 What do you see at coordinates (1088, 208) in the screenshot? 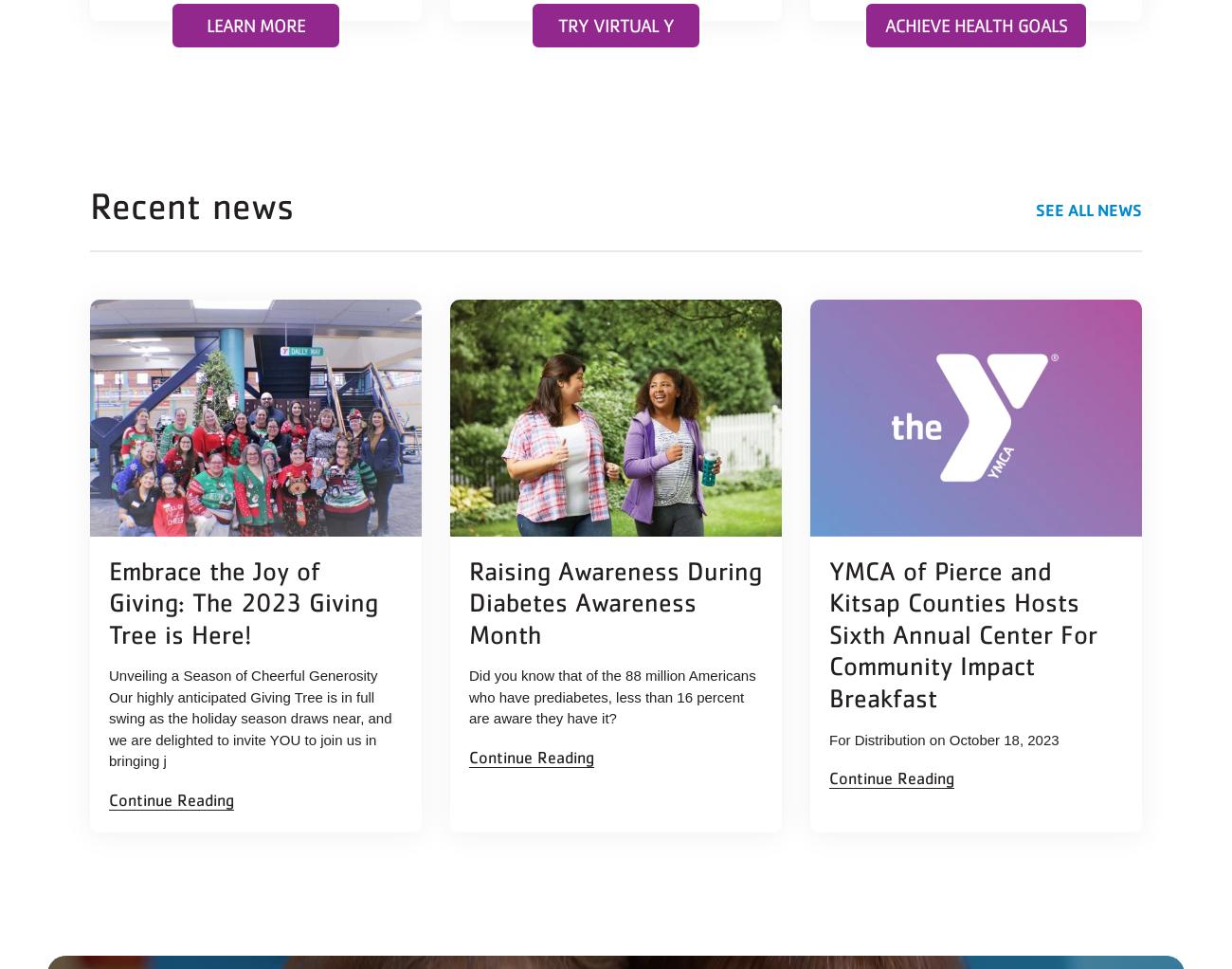
I see `'See all news'` at bounding box center [1088, 208].